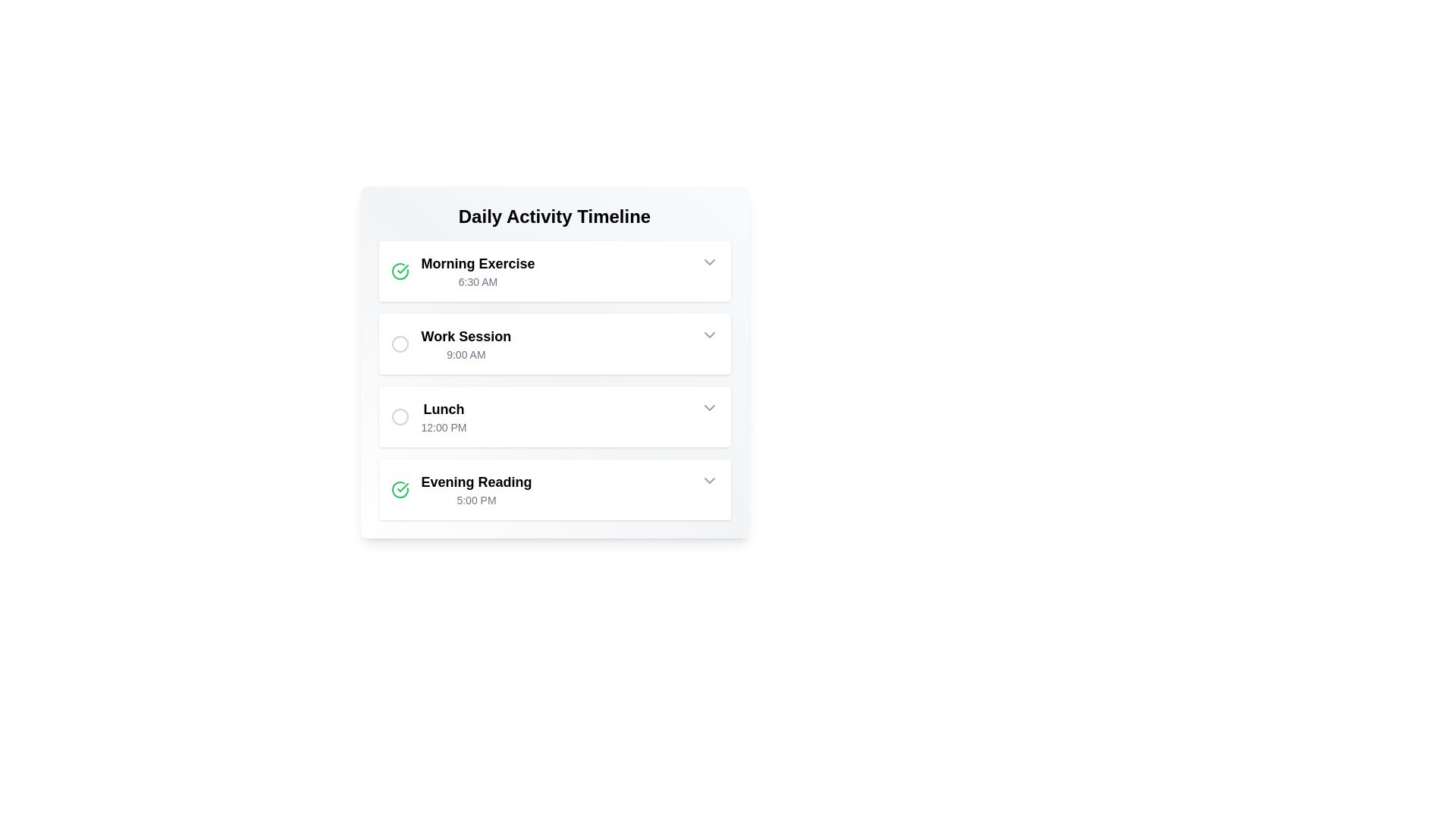 Image resolution: width=1456 pixels, height=819 pixels. Describe the element at coordinates (475, 500) in the screenshot. I see `gray text label displaying '5:00 PM' located below the bold text 'Evening Reading' within the timeline entry` at that location.